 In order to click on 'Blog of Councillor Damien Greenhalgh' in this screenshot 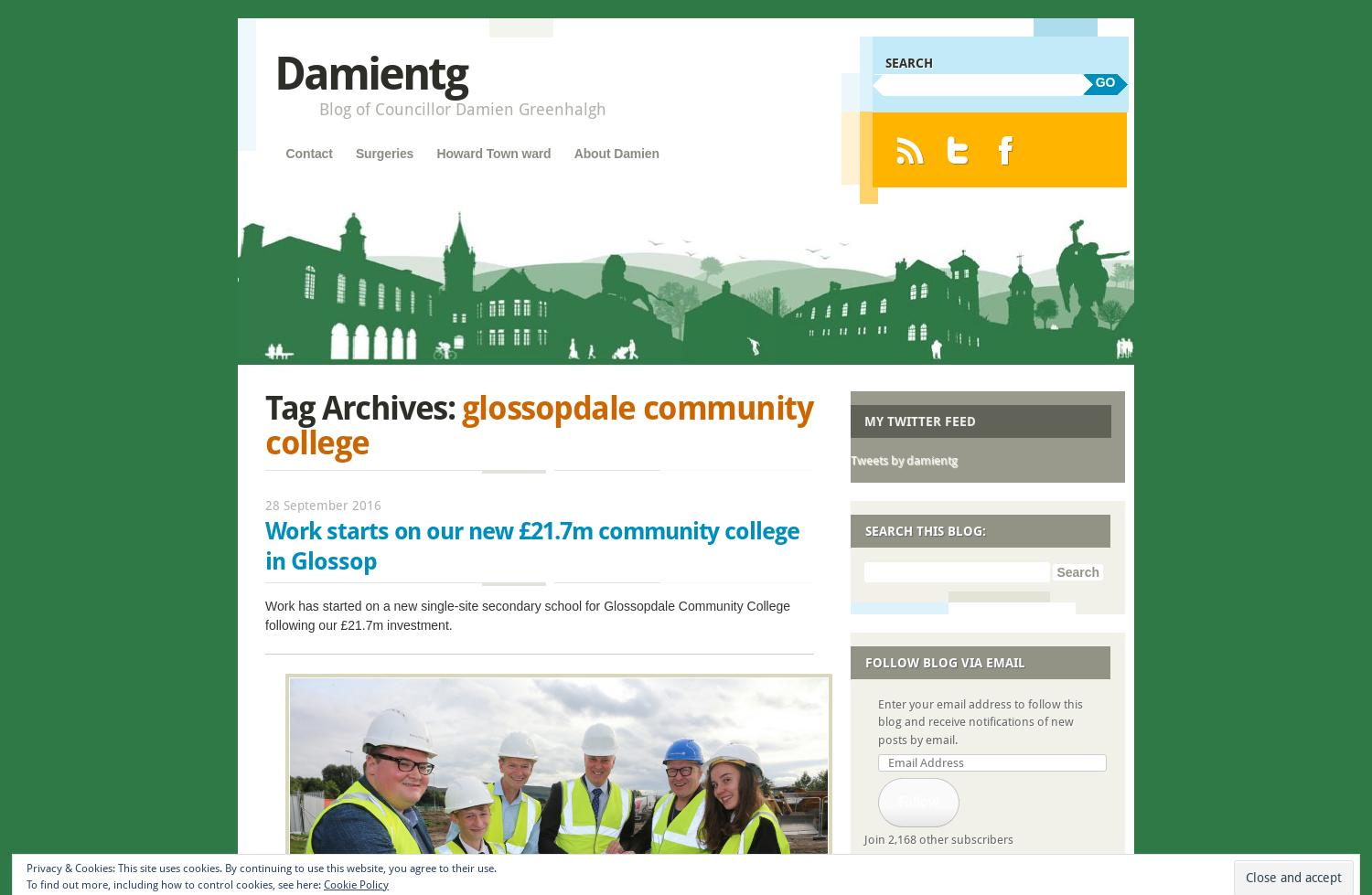, I will do `click(317, 109)`.